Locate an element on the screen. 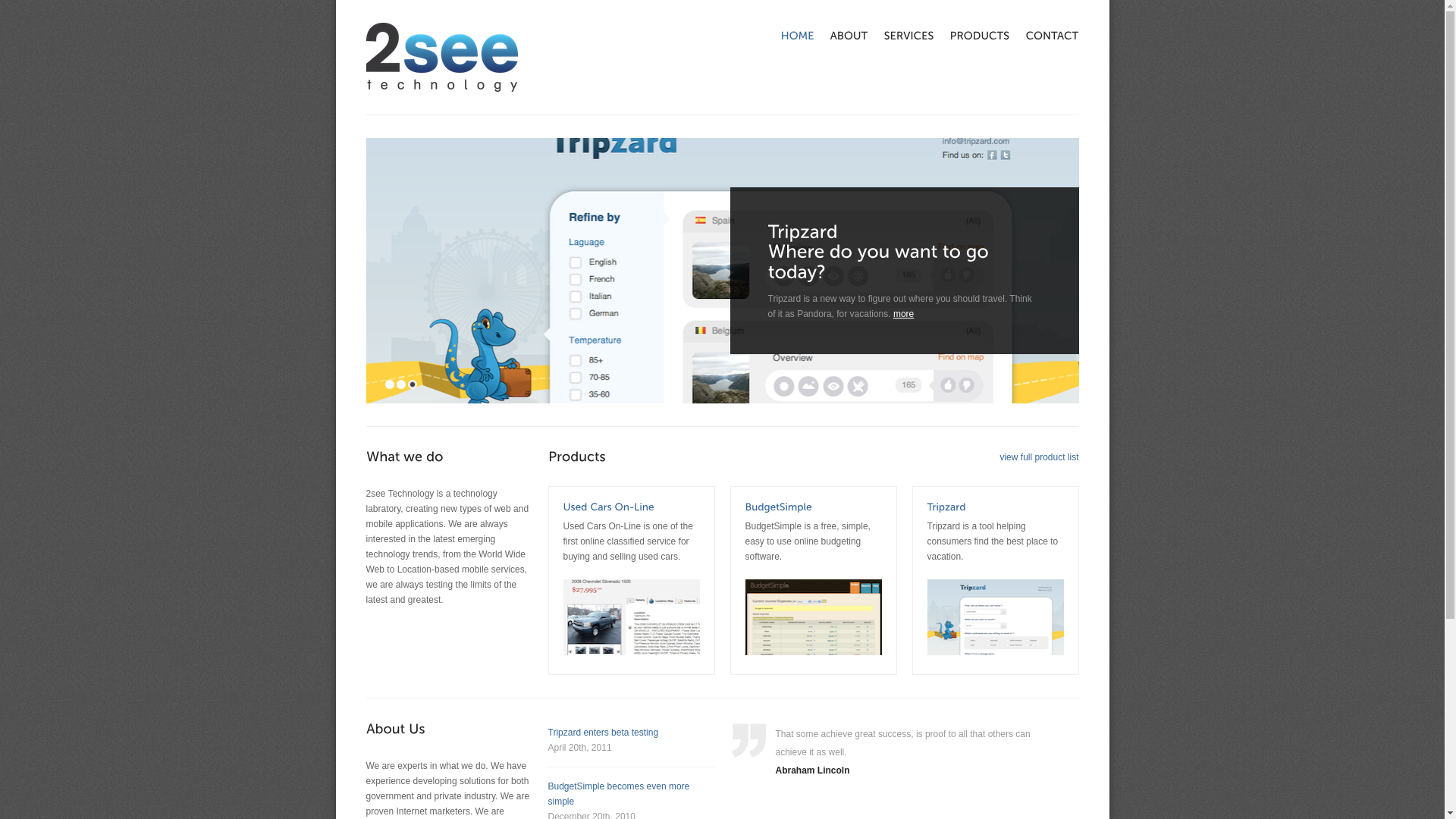  '2' is located at coordinates (396, 383).